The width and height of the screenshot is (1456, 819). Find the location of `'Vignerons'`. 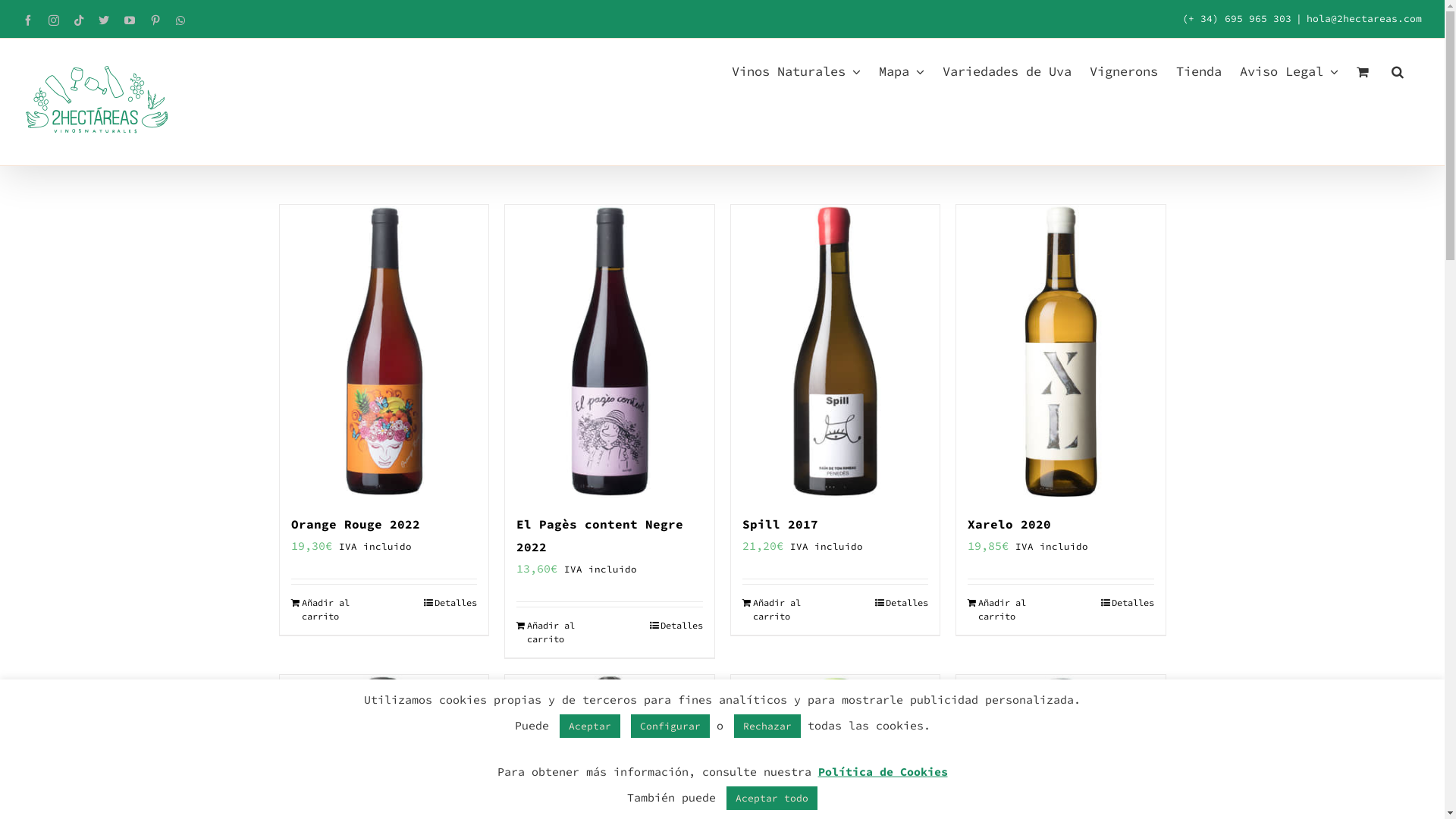

'Vignerons' is located at coordinates (1124, 70).